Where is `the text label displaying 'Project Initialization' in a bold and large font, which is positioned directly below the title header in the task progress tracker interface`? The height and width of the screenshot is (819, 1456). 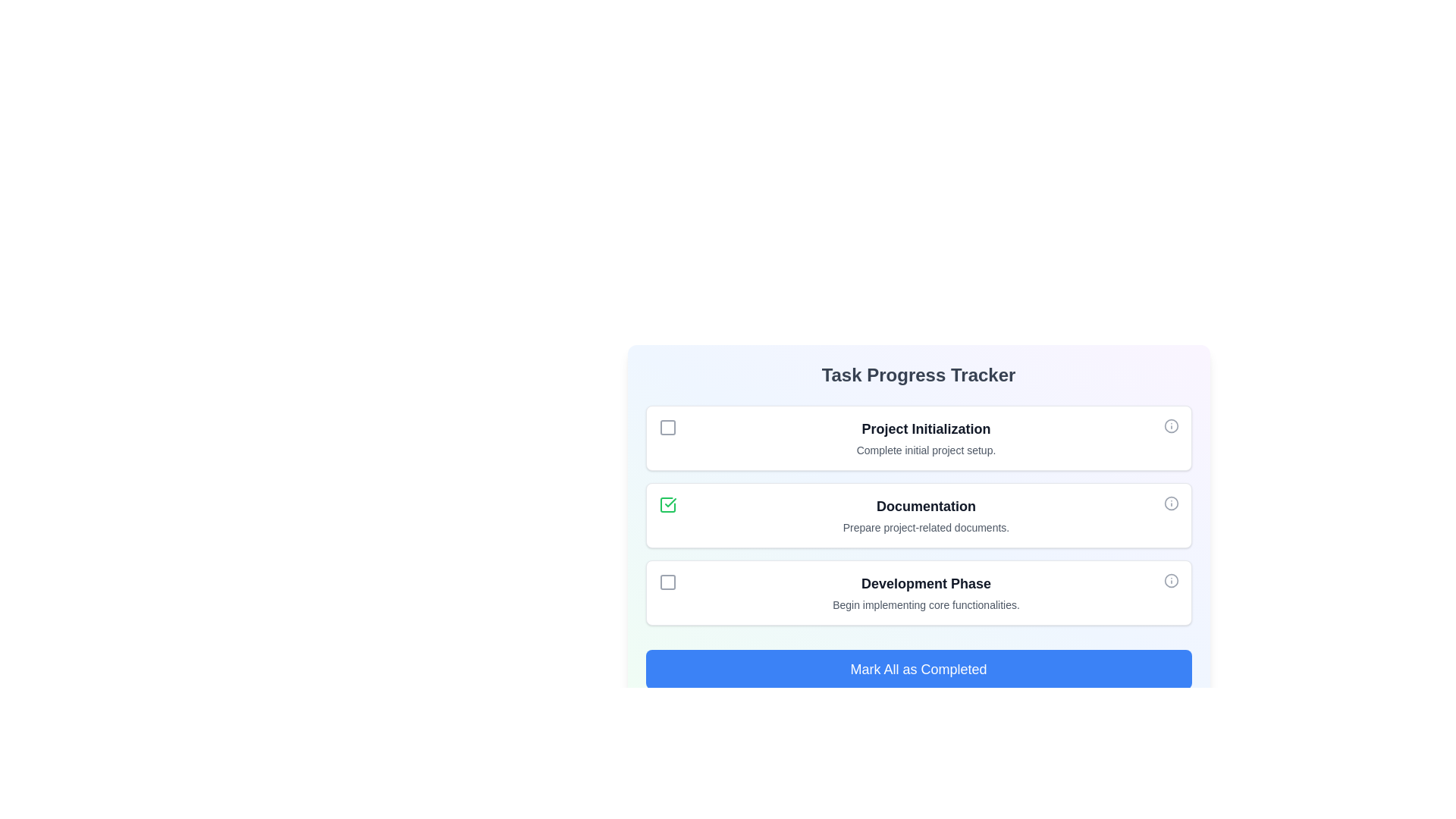 the text label displaying 'Project Initialization' in a bold and large font, which is positioned directly below the title header in the task progress tracker interface is located at coordinates (925, 429).